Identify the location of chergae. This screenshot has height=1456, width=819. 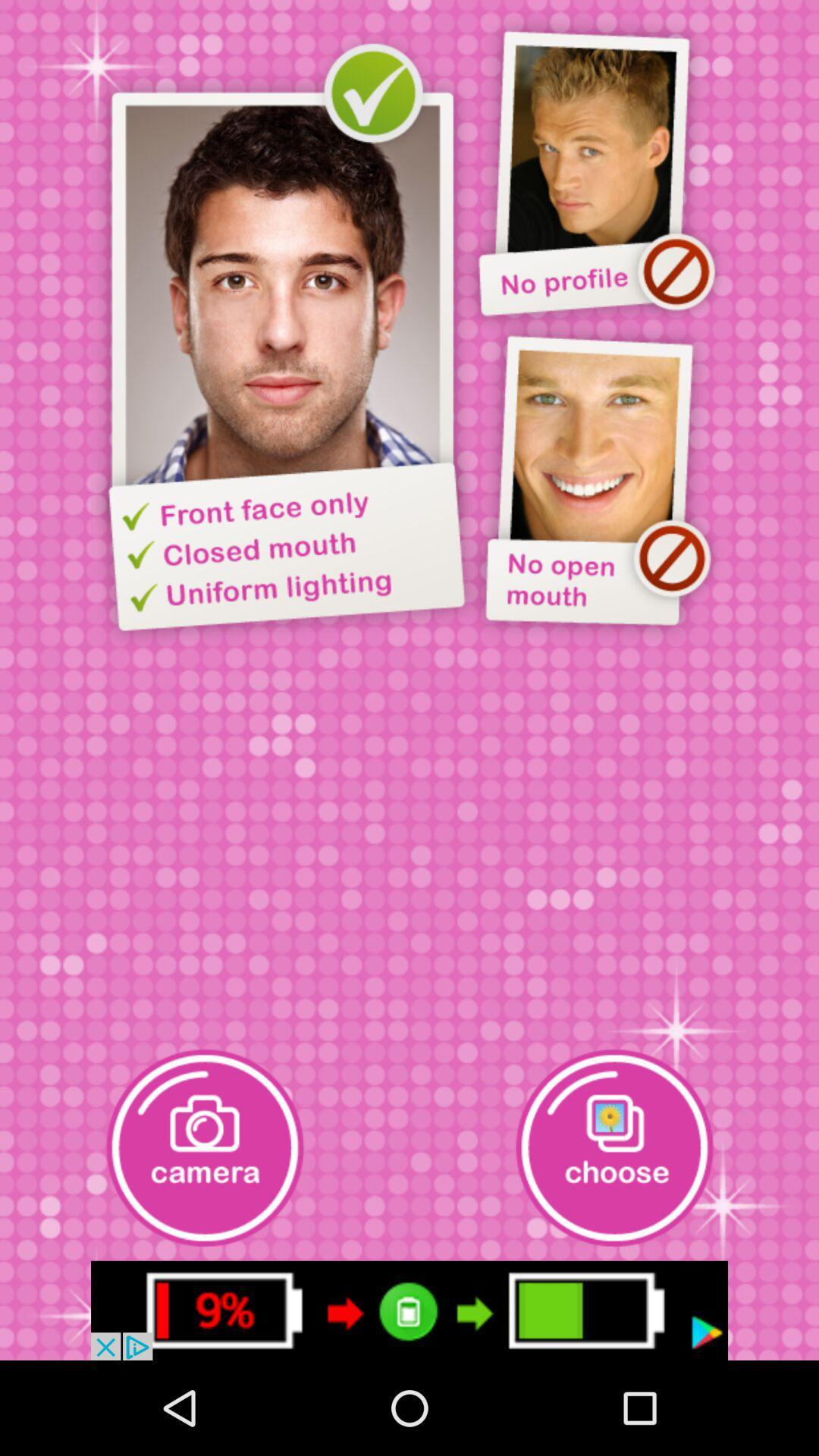
(409, 1310).